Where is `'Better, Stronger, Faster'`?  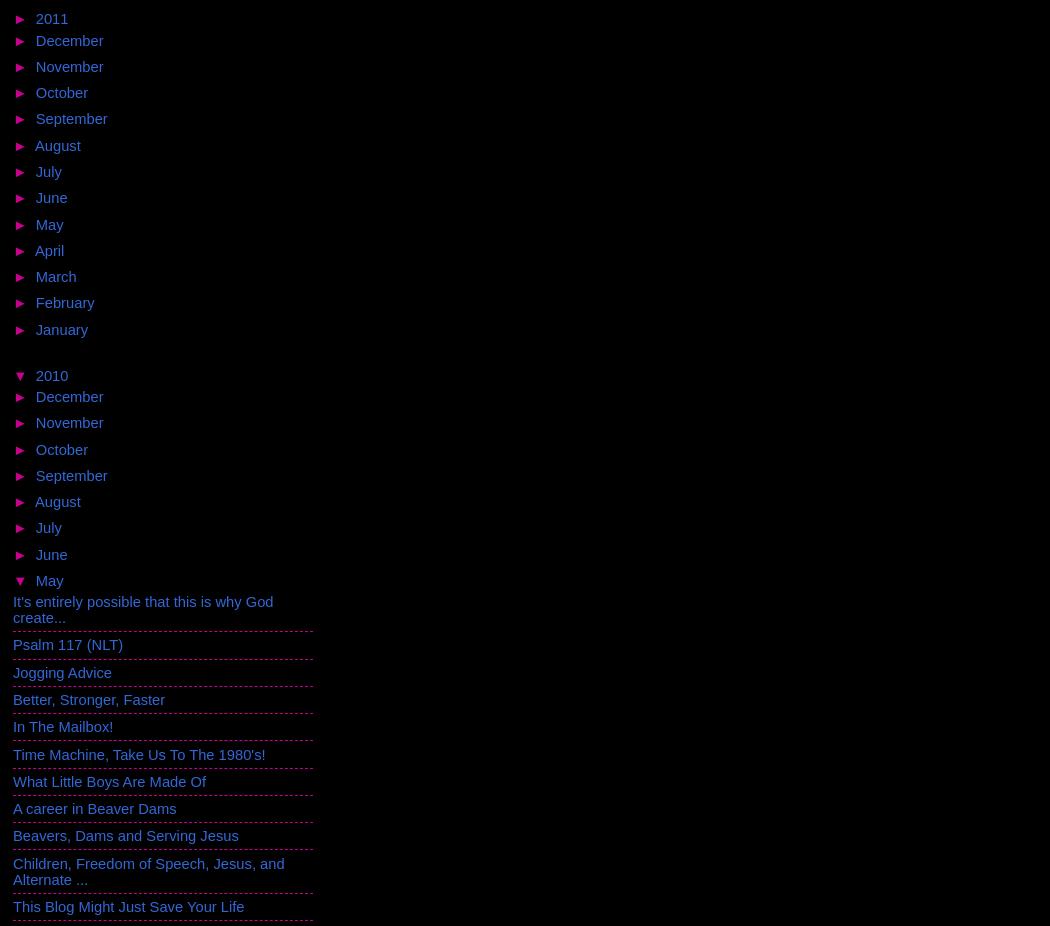 'Better, Stronger, Faster' is located at coordinates (89, 699).